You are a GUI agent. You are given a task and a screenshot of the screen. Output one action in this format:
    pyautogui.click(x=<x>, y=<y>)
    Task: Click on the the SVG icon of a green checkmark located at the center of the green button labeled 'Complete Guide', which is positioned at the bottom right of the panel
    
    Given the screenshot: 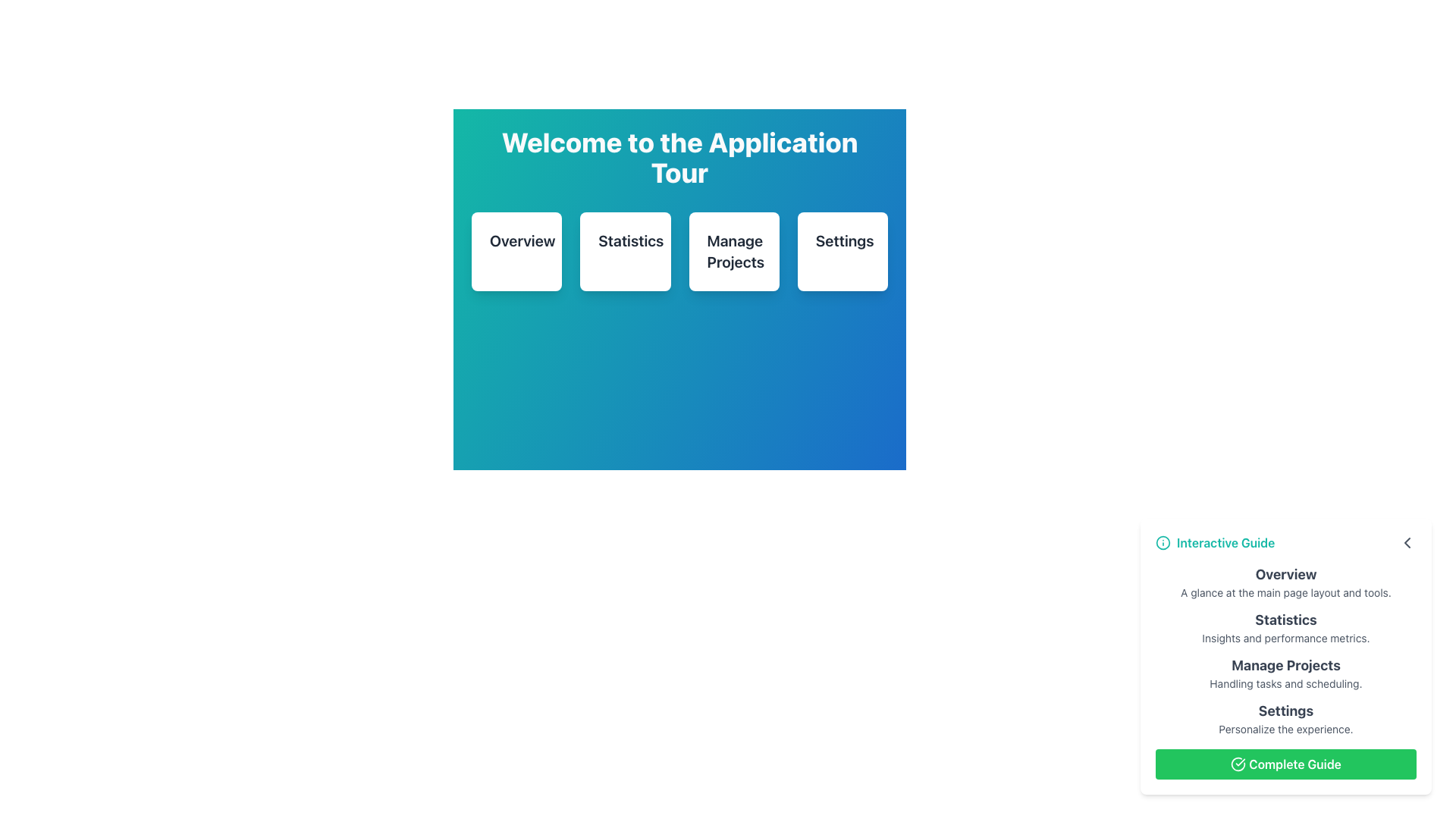 What is the action you would take?
    pyautogui.click(x=1238, y=764)
    